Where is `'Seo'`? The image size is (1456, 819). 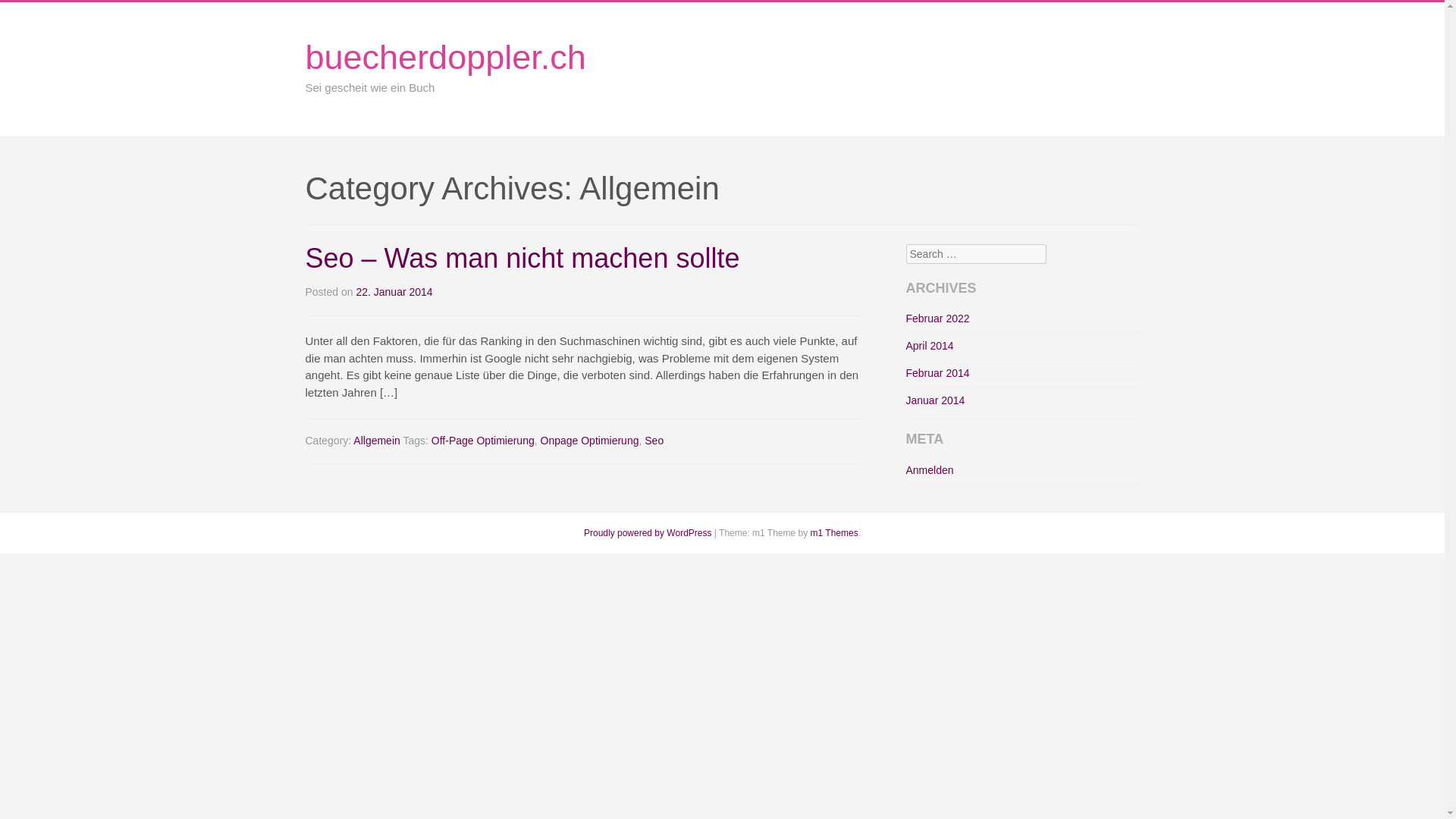 'Seo' is located at coordinates (654, 441).